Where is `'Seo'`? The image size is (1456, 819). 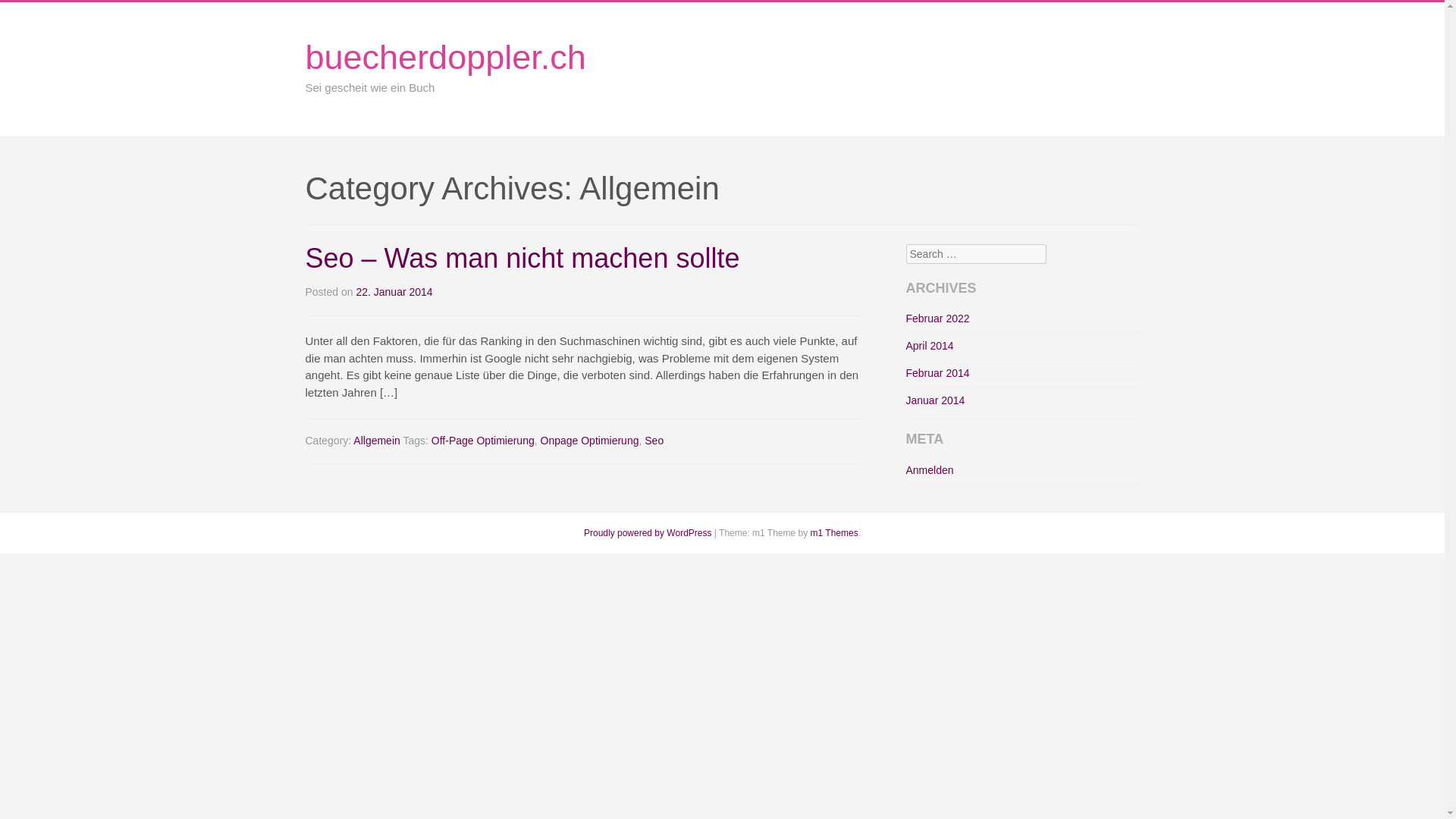 'Seo' is located at coordinates (654, 441).